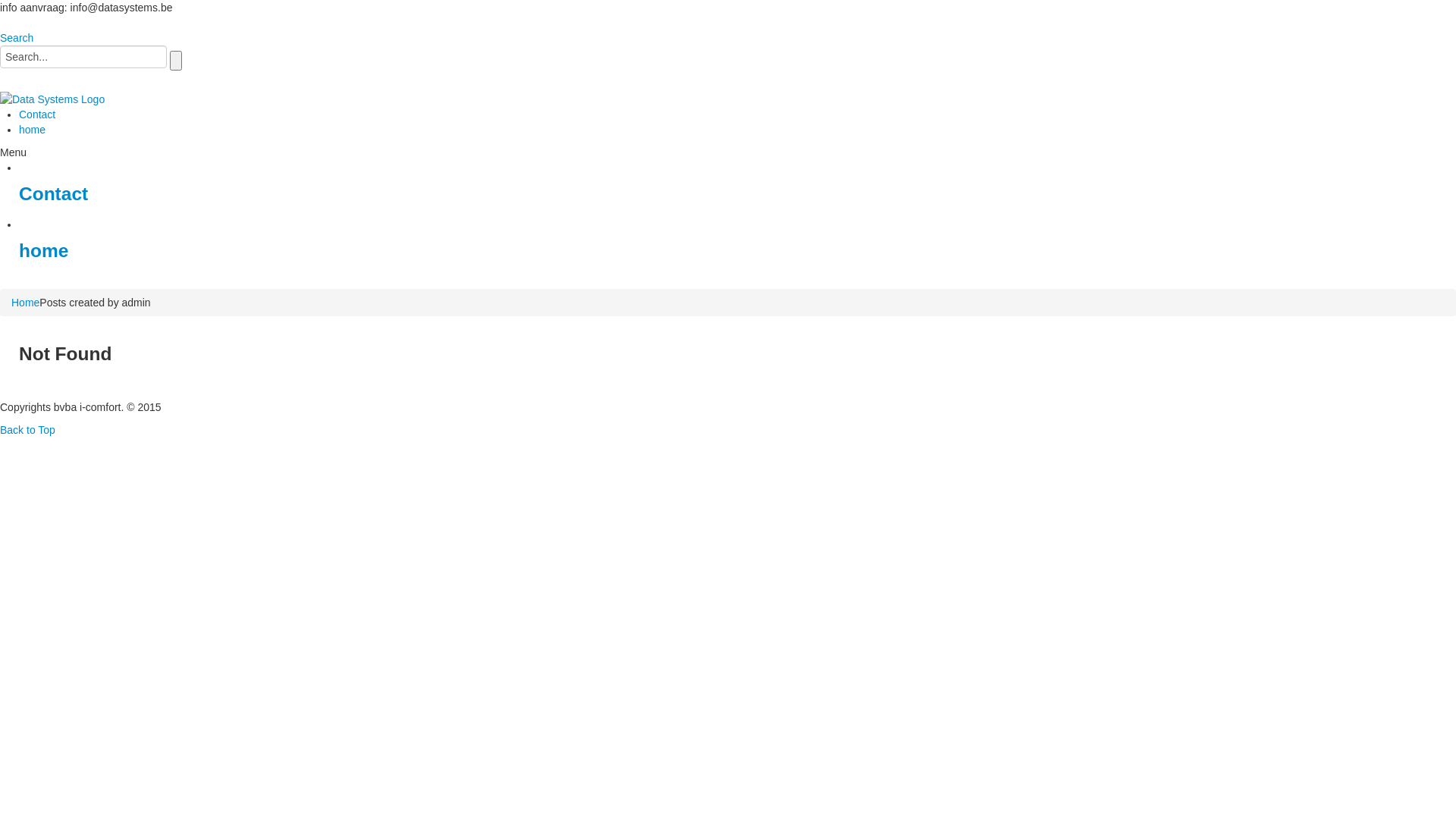 Image resolution: width=1456 pixels, height=819 pixels. Describe the element at coordinates (25, 302) in the screenshot. I see `'Home'` at that location.